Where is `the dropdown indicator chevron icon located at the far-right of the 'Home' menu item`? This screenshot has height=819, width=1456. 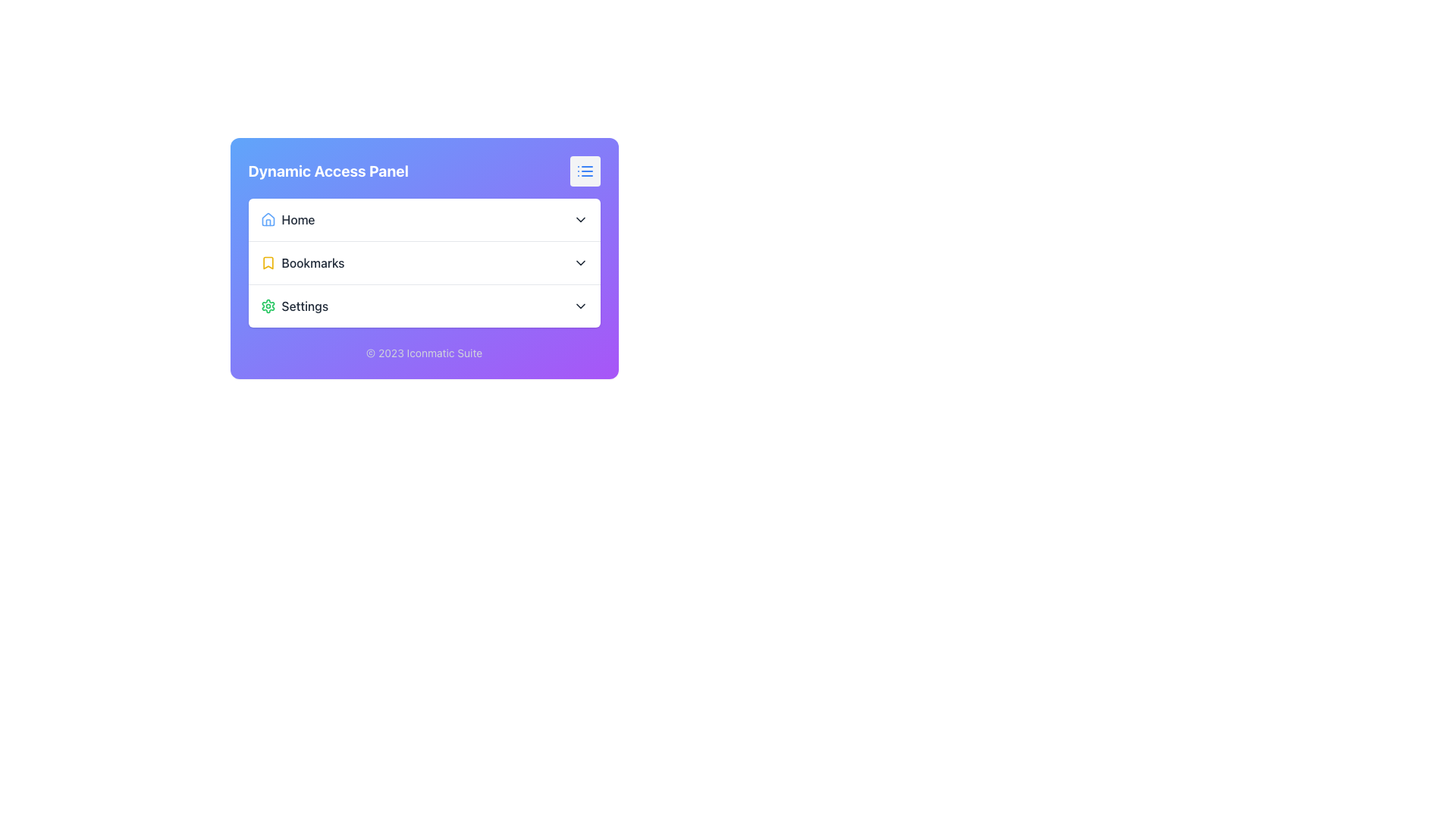
the dropdown indicator chevron icon located at the far-right of the 'Home' menu item is located at coordinates (579, 219).